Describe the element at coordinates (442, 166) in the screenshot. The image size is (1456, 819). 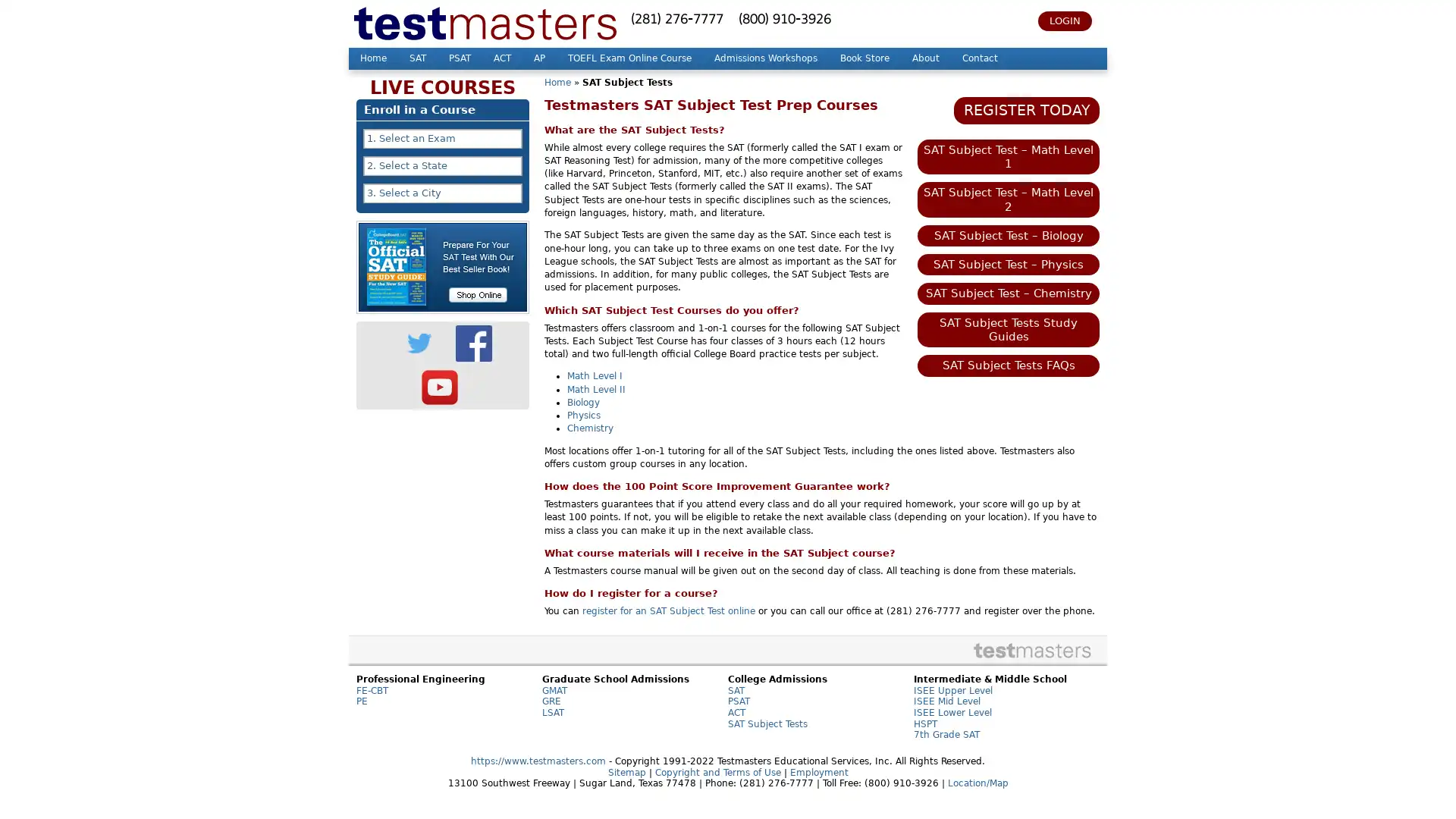
I see `2. Select a State` at that location.